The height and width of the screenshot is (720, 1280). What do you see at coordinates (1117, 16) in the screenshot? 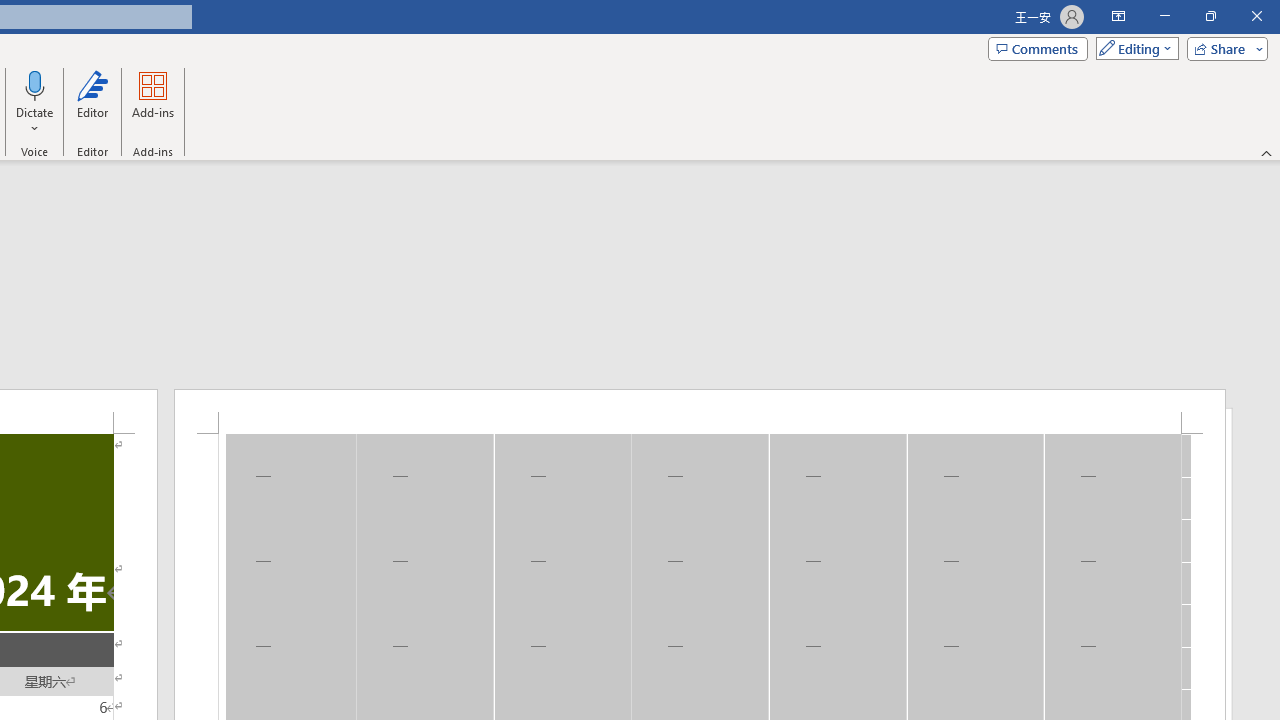
I see `'Ribbon Display Options'` at bounding box center [1117, 16].